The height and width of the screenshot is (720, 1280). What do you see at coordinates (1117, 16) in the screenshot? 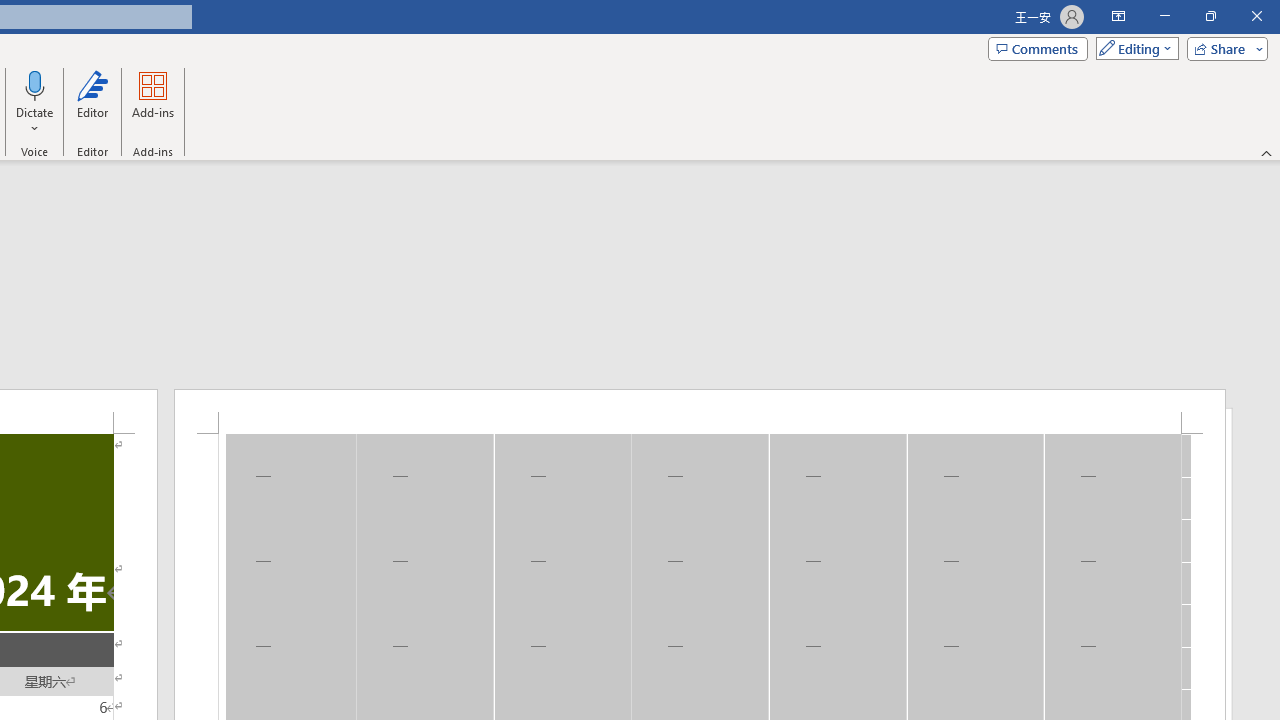
I see `'Ribbon Display Options'` at bounding box center [1117, 16].